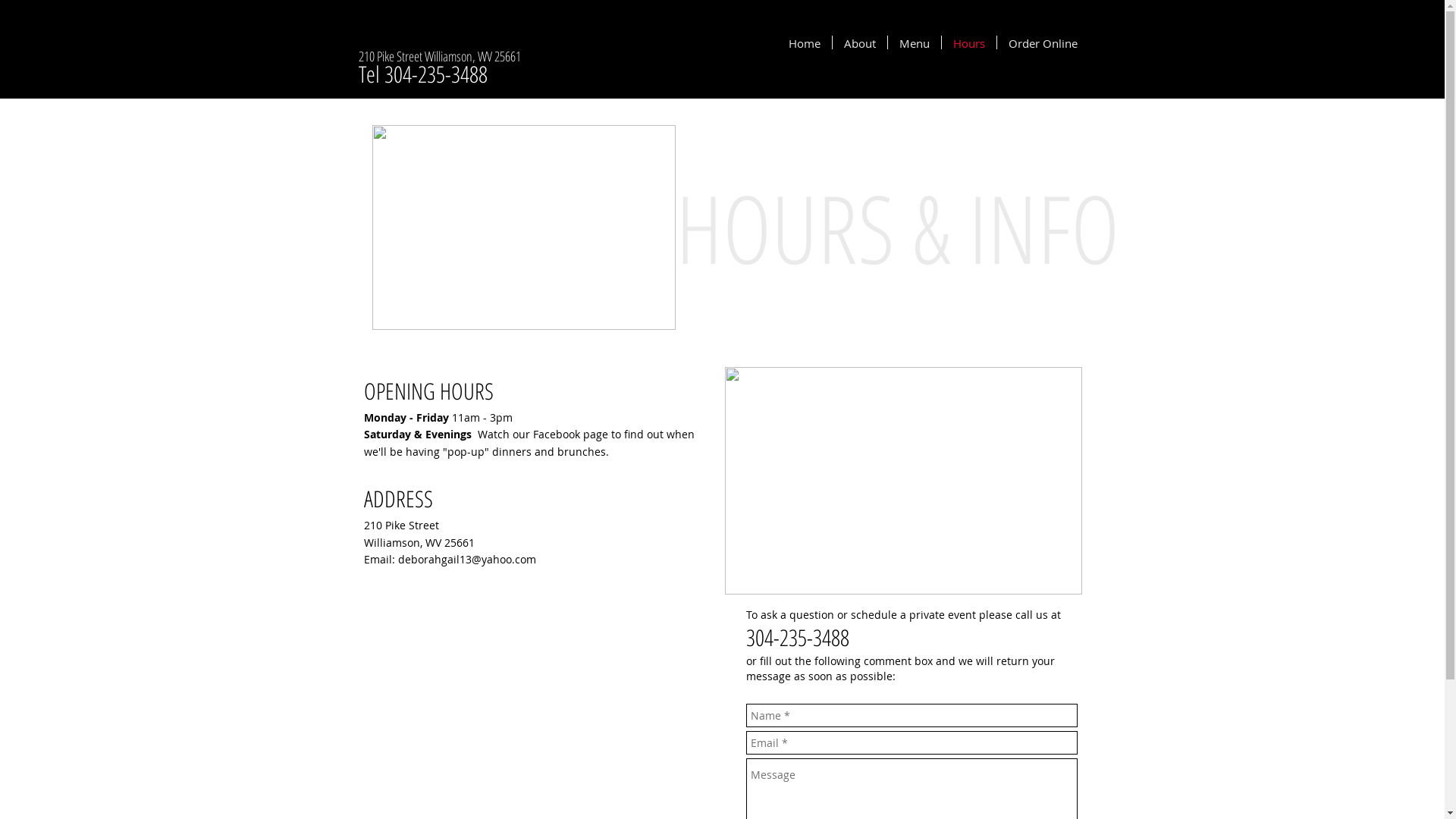 The image size is (1456, 819). What do you see at coordinates (968, 42) in the screenshot?
I see `'Hours'` at bounding box center [968, 42].